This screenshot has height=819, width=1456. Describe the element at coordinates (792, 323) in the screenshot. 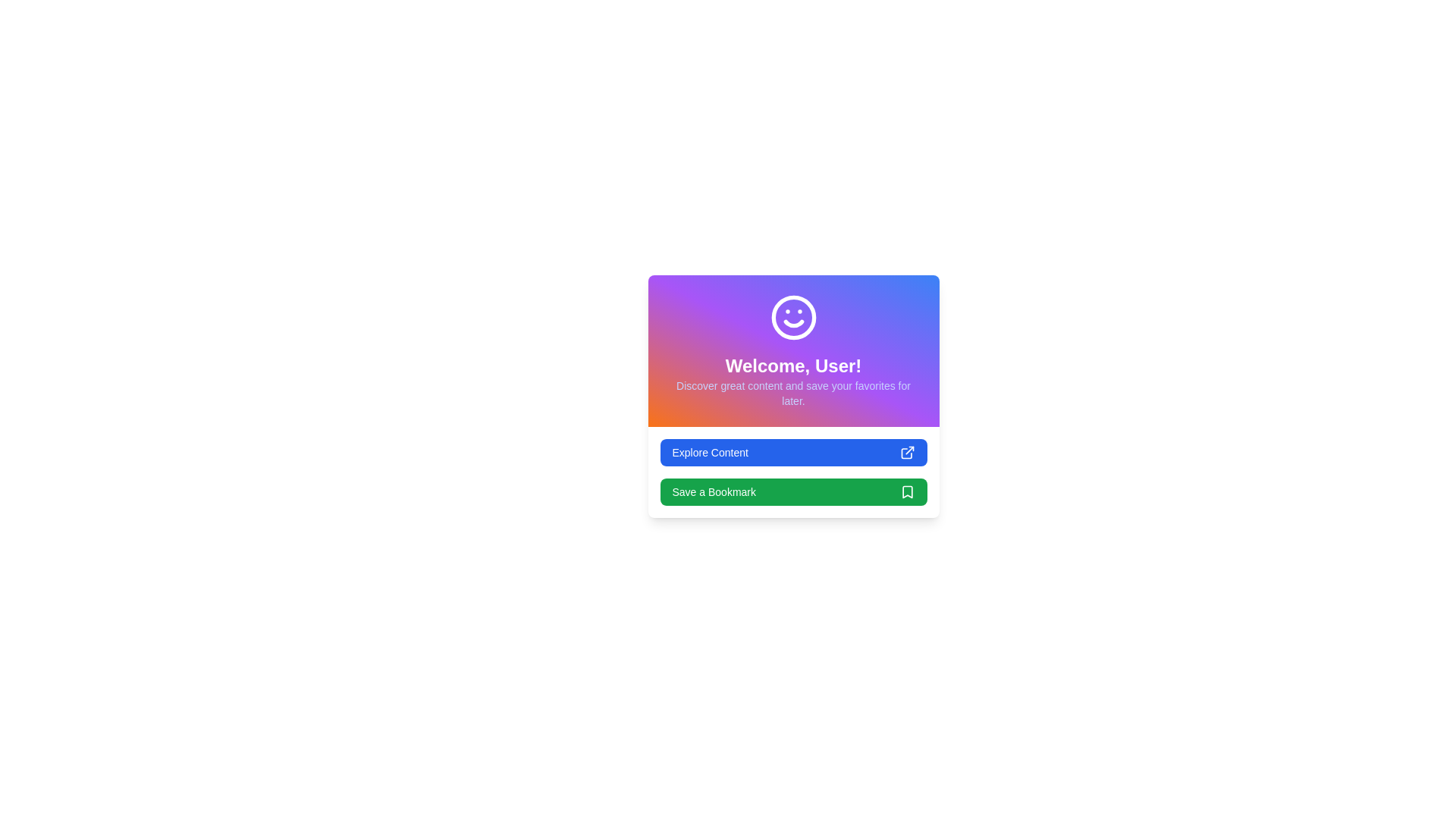

I see `the curved line representing the smiling mouth within the smiling face icon, which has a purple and blue gradient background` at that location.